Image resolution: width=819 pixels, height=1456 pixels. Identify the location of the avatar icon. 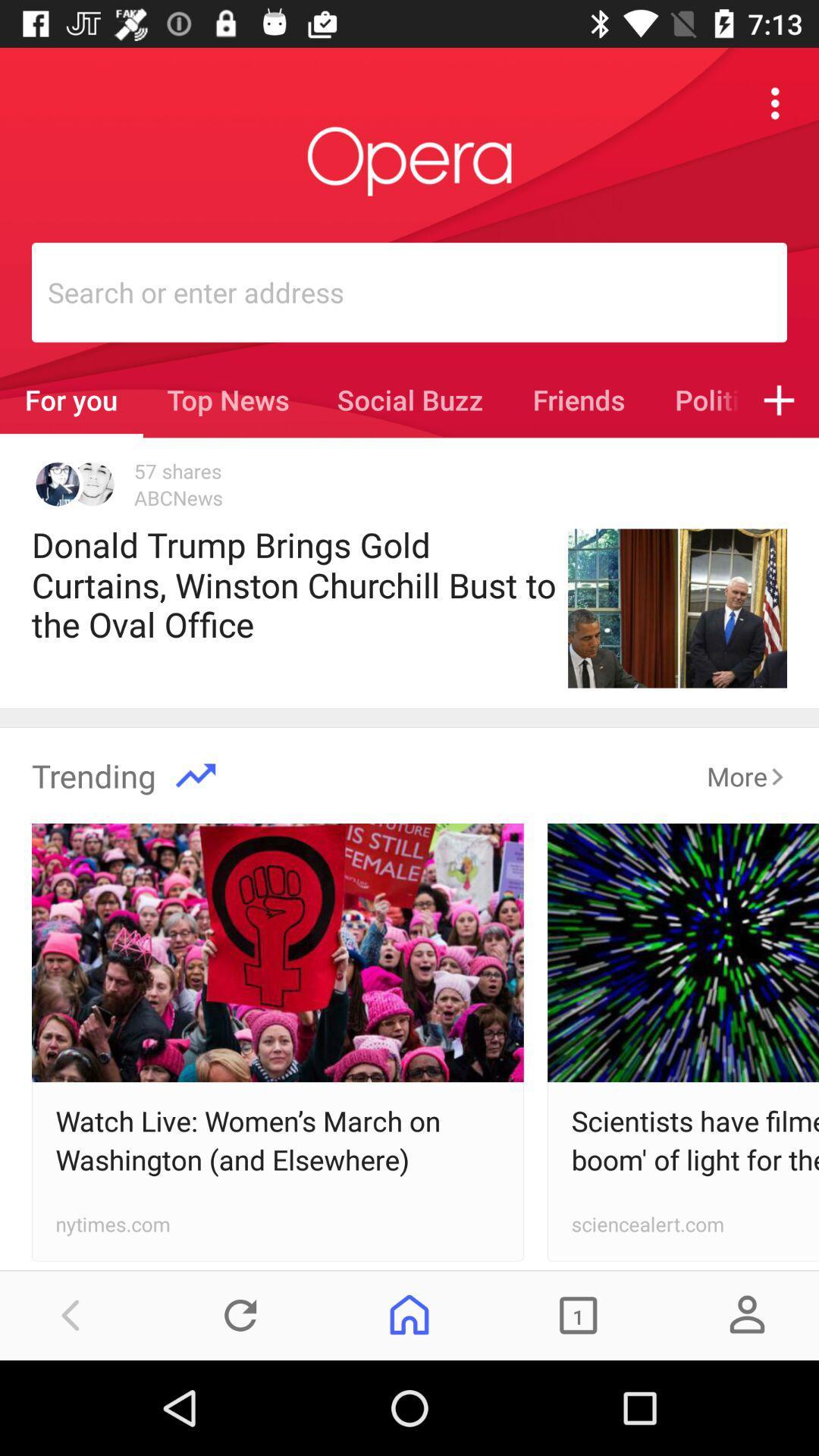
(746, 1314).